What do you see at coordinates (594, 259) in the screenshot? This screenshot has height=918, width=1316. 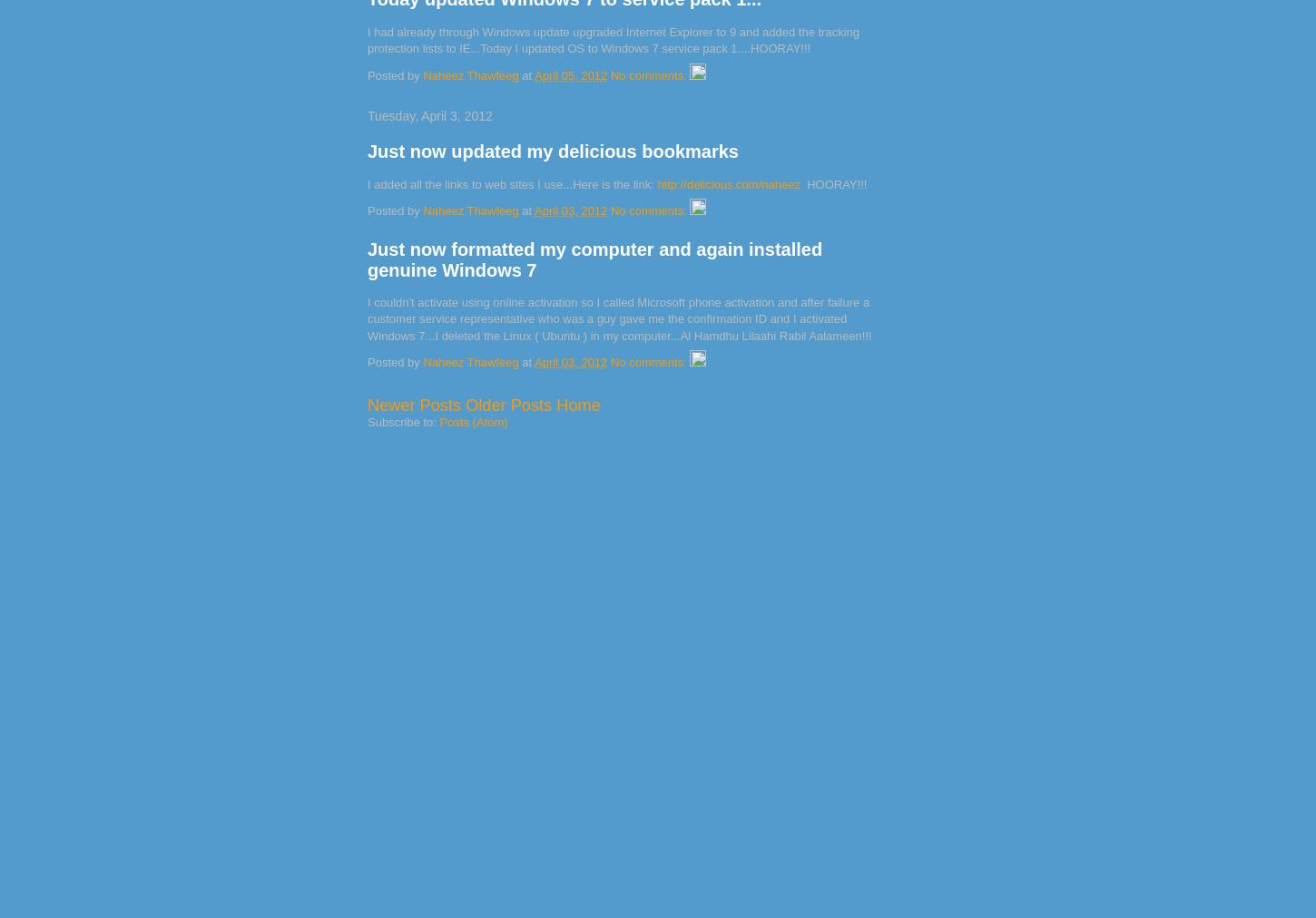 I see `'Just now formatted my computer and again installed genuine Windows 7'` at bounding box center [594, 259].